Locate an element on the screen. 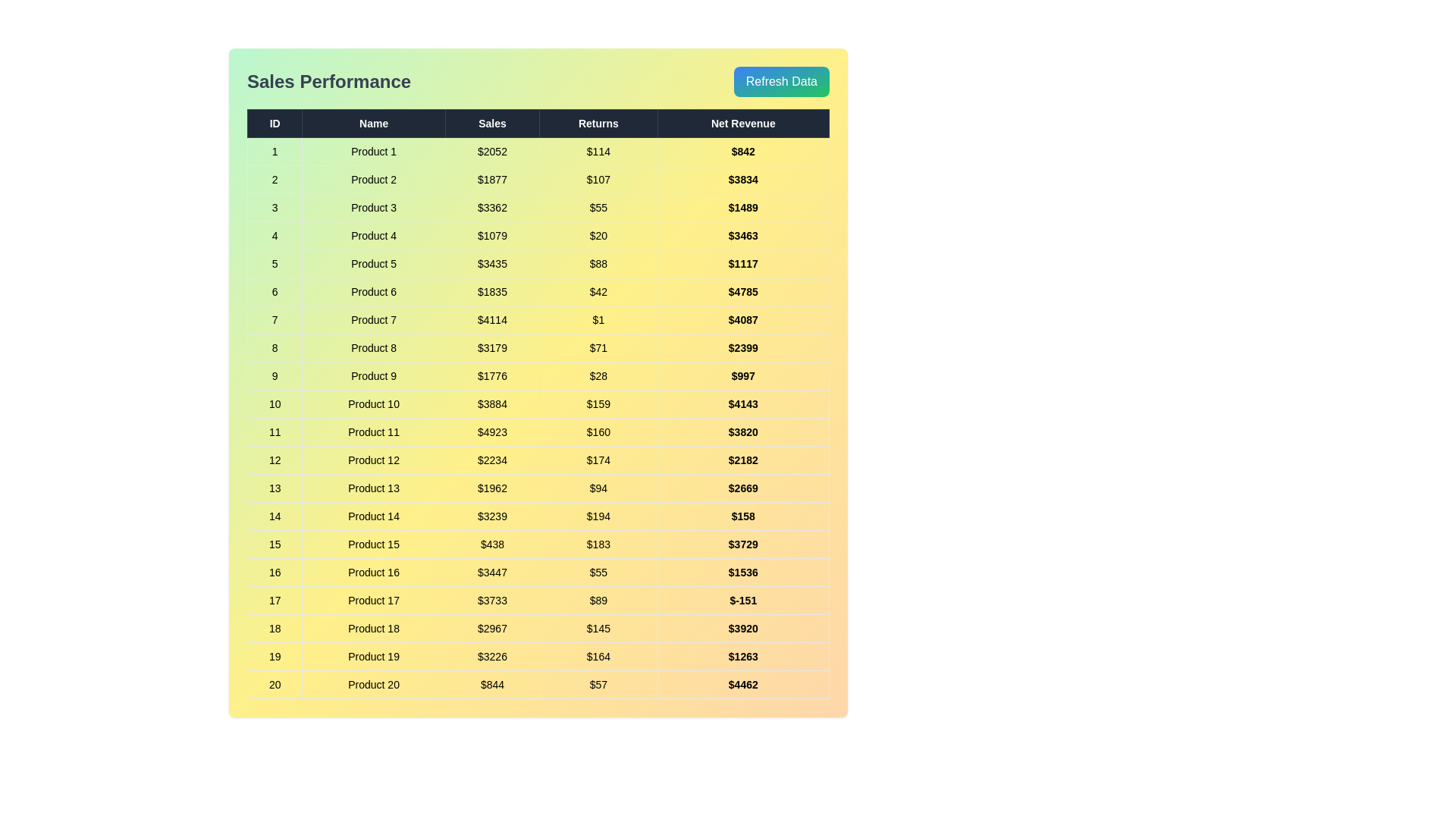 Image resolution: width=1456 pixels, height=819 pixels. the column header ID to sort the data by that column is located at coordinates (275, 122).